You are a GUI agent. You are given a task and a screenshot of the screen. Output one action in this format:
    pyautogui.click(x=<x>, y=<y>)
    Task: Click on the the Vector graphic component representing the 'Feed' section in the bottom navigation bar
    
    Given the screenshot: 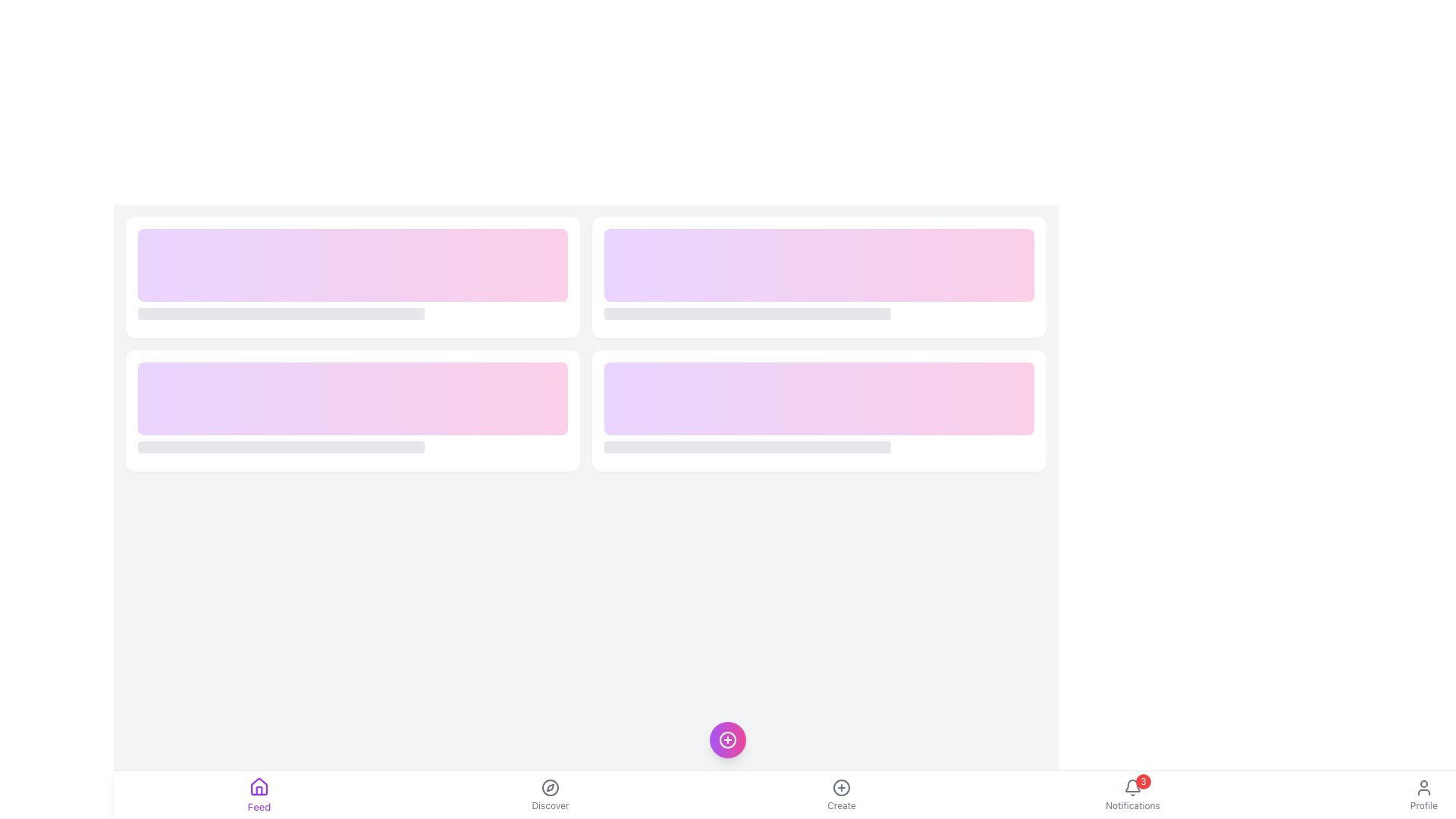 What is the action you would take?
    pyautogui.click(x=259, y=789)
    